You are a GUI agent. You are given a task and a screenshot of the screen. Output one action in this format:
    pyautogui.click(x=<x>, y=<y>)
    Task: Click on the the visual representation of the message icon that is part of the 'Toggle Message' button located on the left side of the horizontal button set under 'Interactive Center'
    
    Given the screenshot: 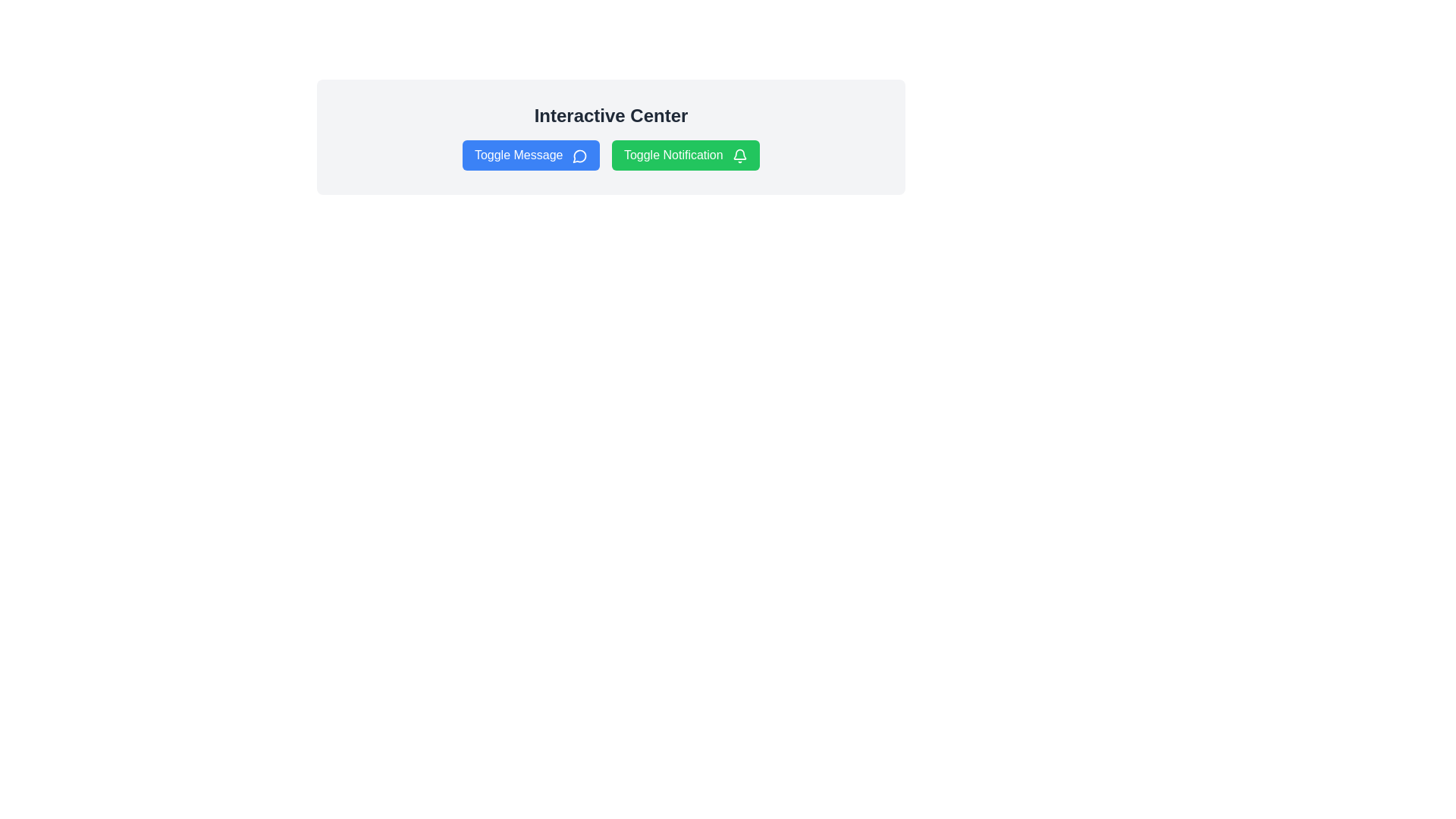 What is the action you would take?
    pyautogui.click(x=579, y=156)
    